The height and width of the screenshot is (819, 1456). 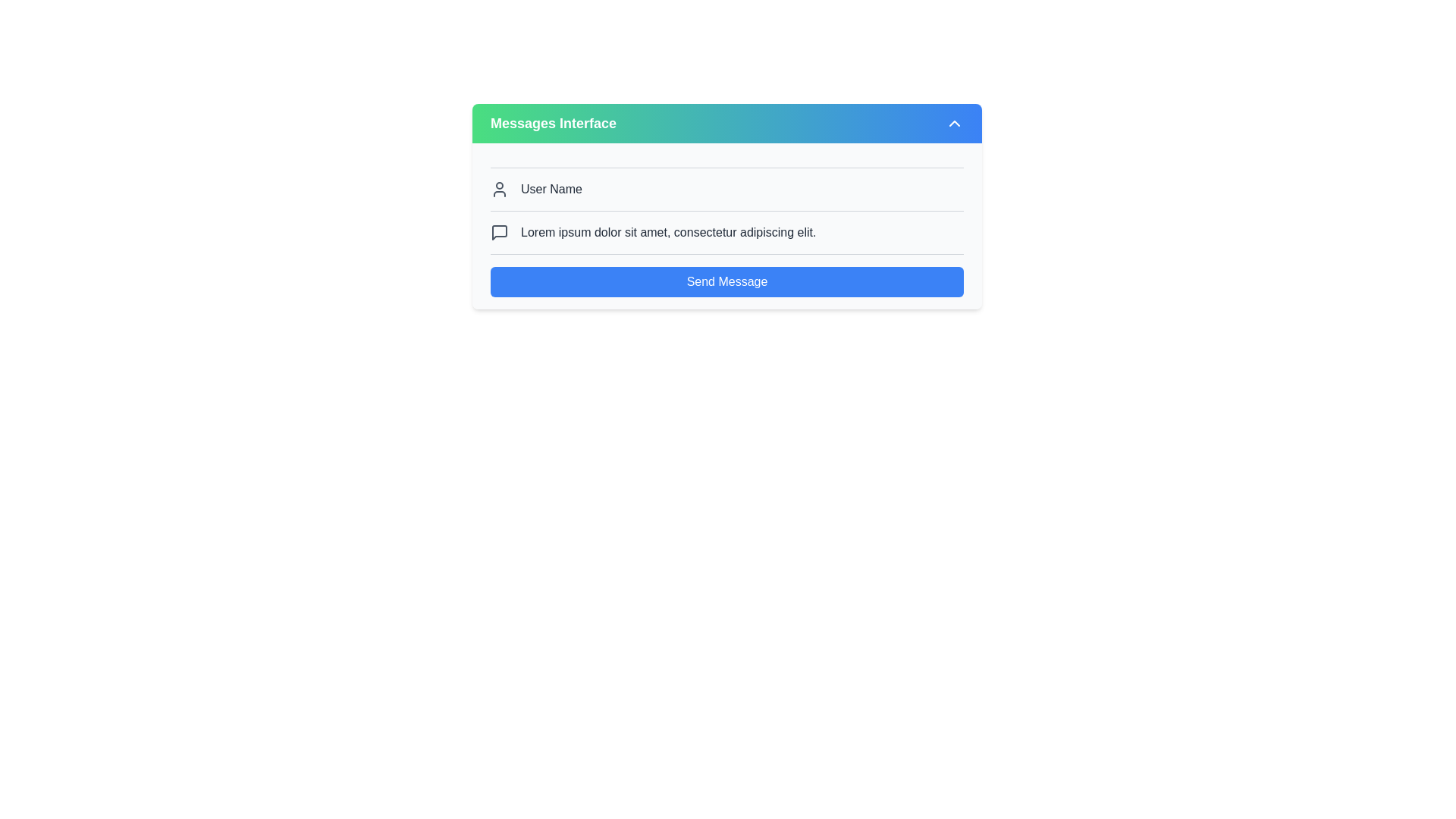 What do you see at coordinates (552, 122) in the screenshot?
I see `the text label displaying the title for the messaging functionalities to potentially see any tooltips` at bounding box center [552, 122].